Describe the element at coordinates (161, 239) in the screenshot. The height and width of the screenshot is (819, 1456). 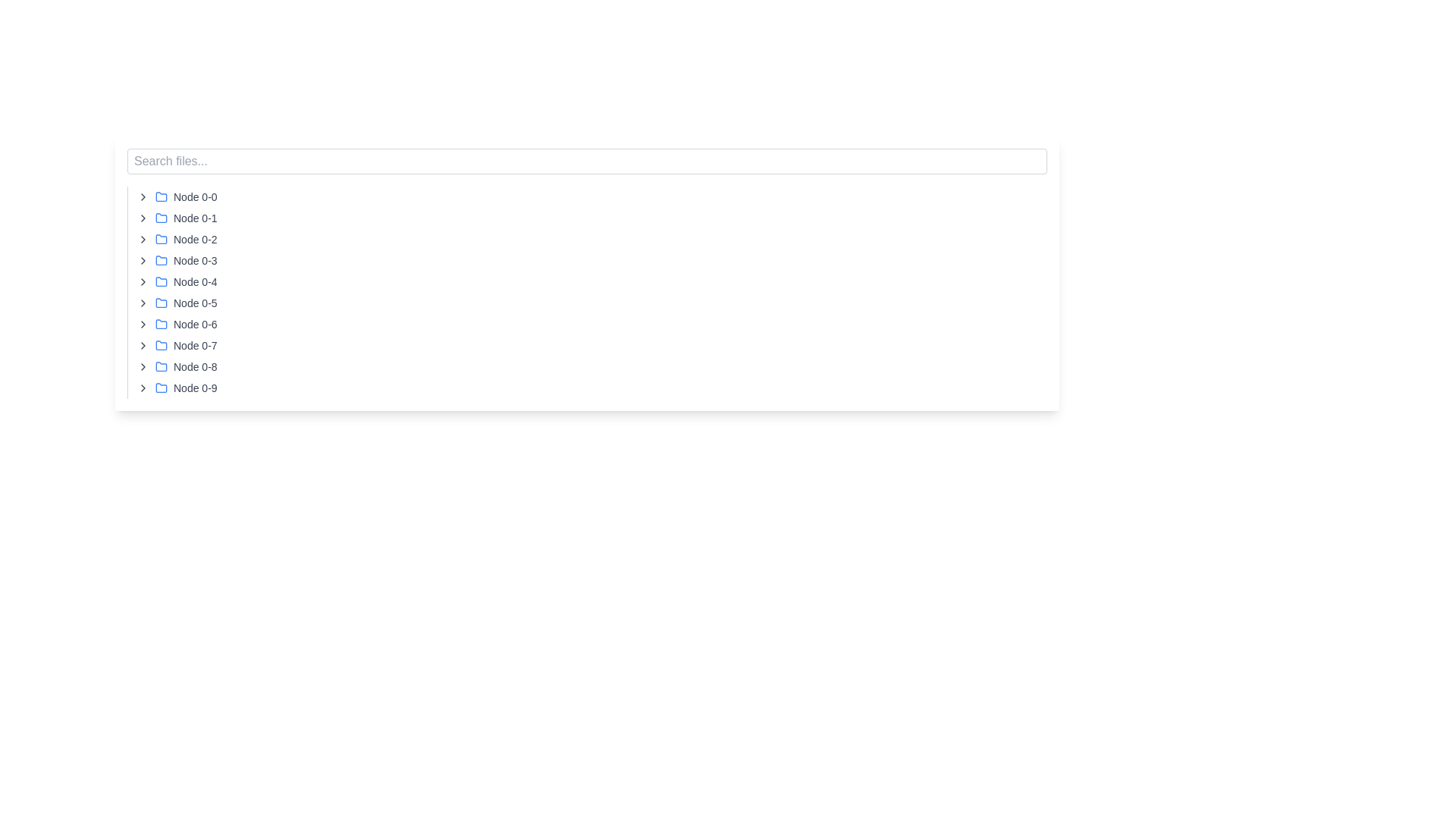
I see `the folder icon located` at that location.